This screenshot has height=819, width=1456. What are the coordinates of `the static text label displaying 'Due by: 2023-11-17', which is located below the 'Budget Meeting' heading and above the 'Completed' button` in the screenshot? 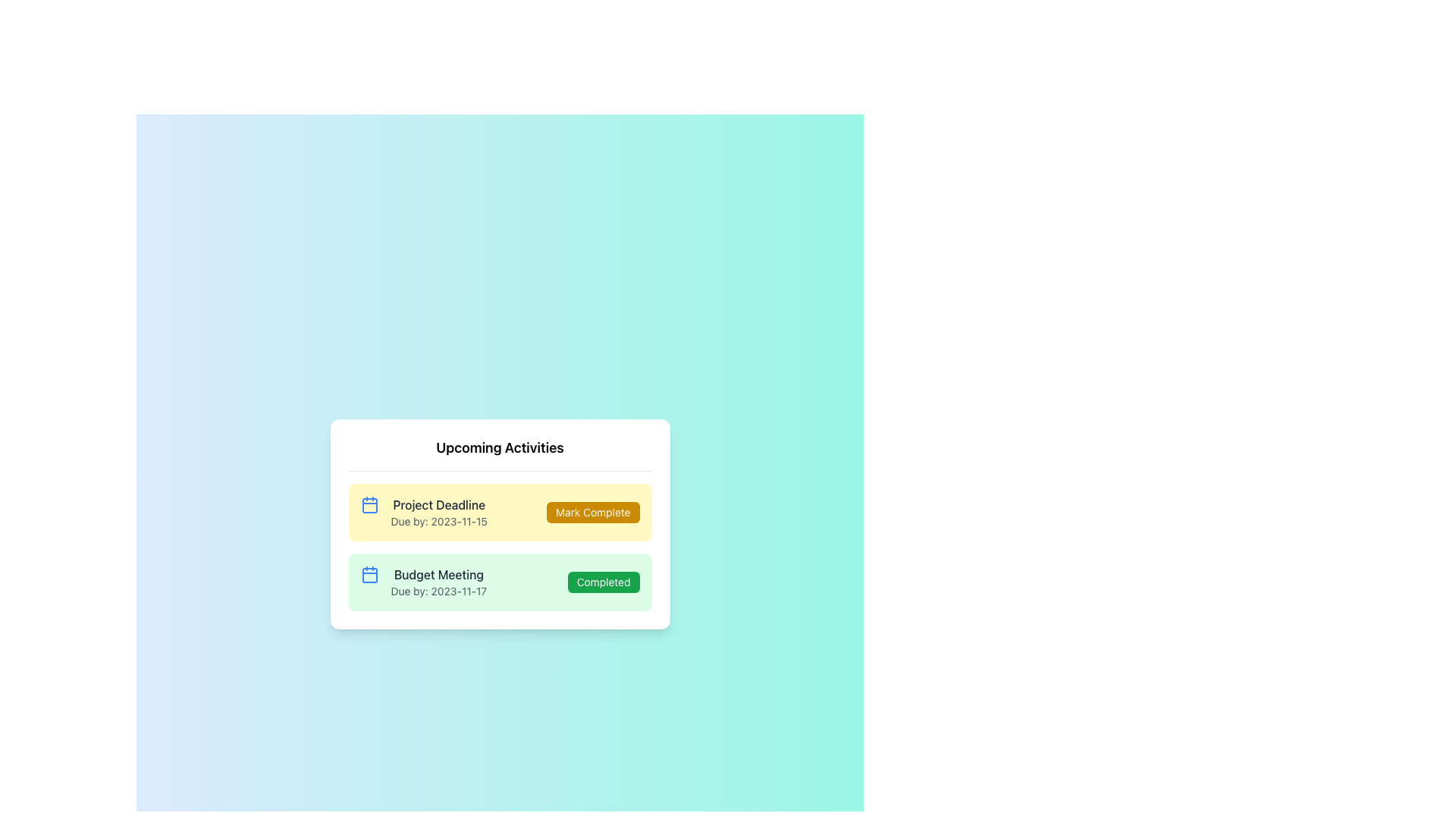 It's located at (438, 590).